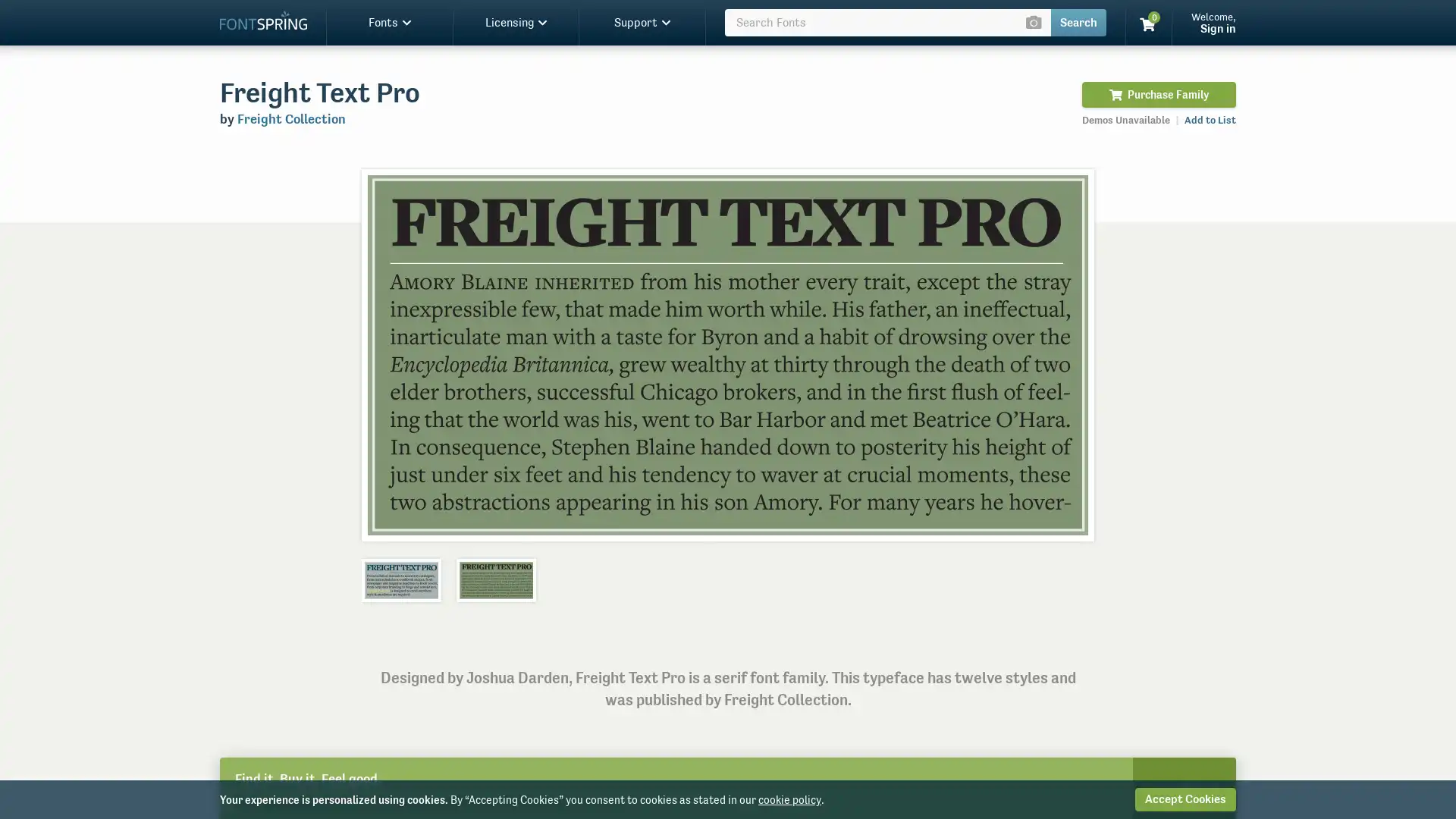 The width and height of the screenshot is (1456, 819). What do you see at coordinates (1078, 23) in the screenshot?
I see `Search` at bounding box center [1078, 23].